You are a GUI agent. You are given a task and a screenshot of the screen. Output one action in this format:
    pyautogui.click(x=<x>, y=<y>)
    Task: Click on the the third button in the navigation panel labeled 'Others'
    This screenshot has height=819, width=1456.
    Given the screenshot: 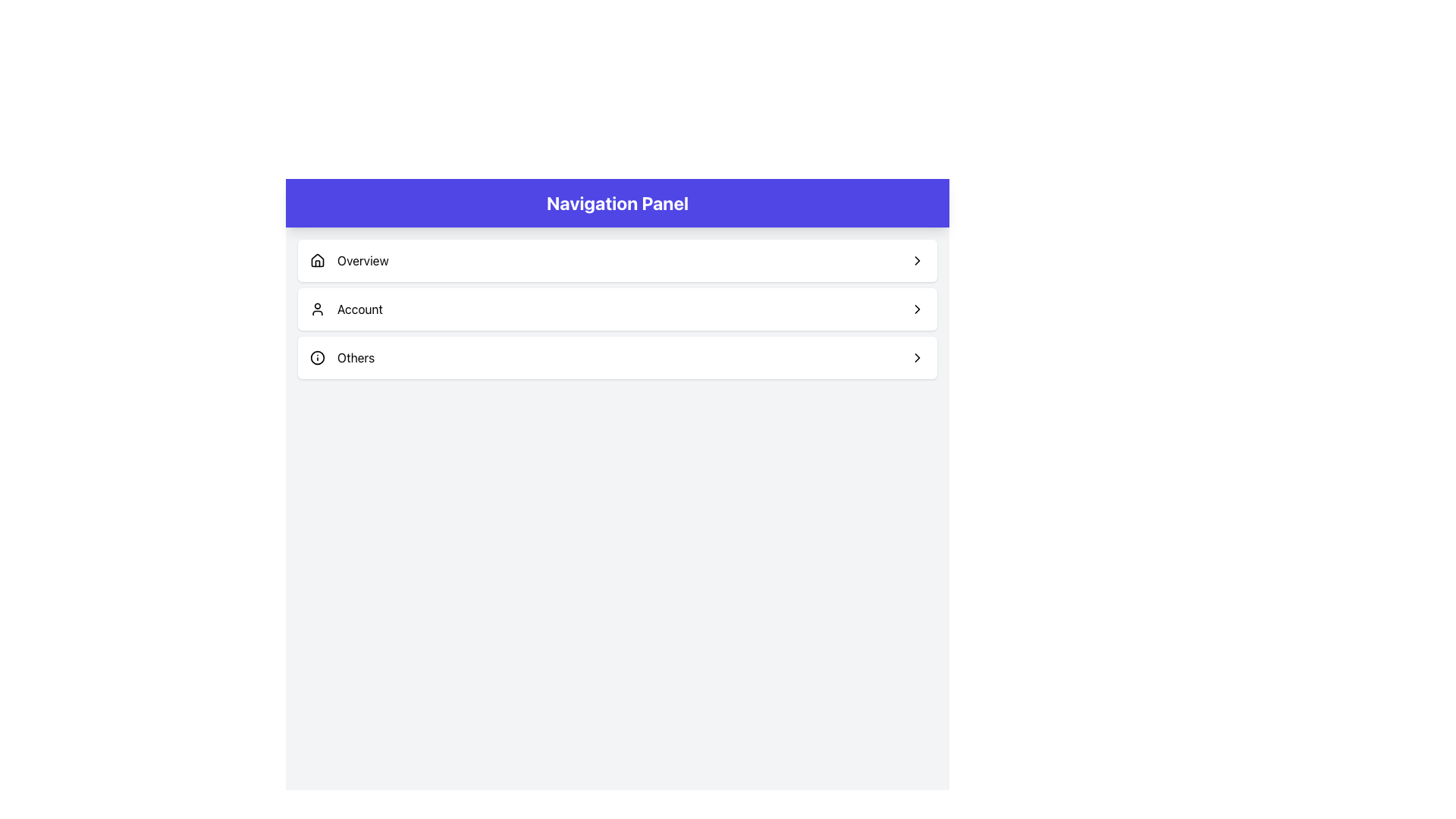 What is the action you would take?
    pyautogui.click(x=617, y=357)
    